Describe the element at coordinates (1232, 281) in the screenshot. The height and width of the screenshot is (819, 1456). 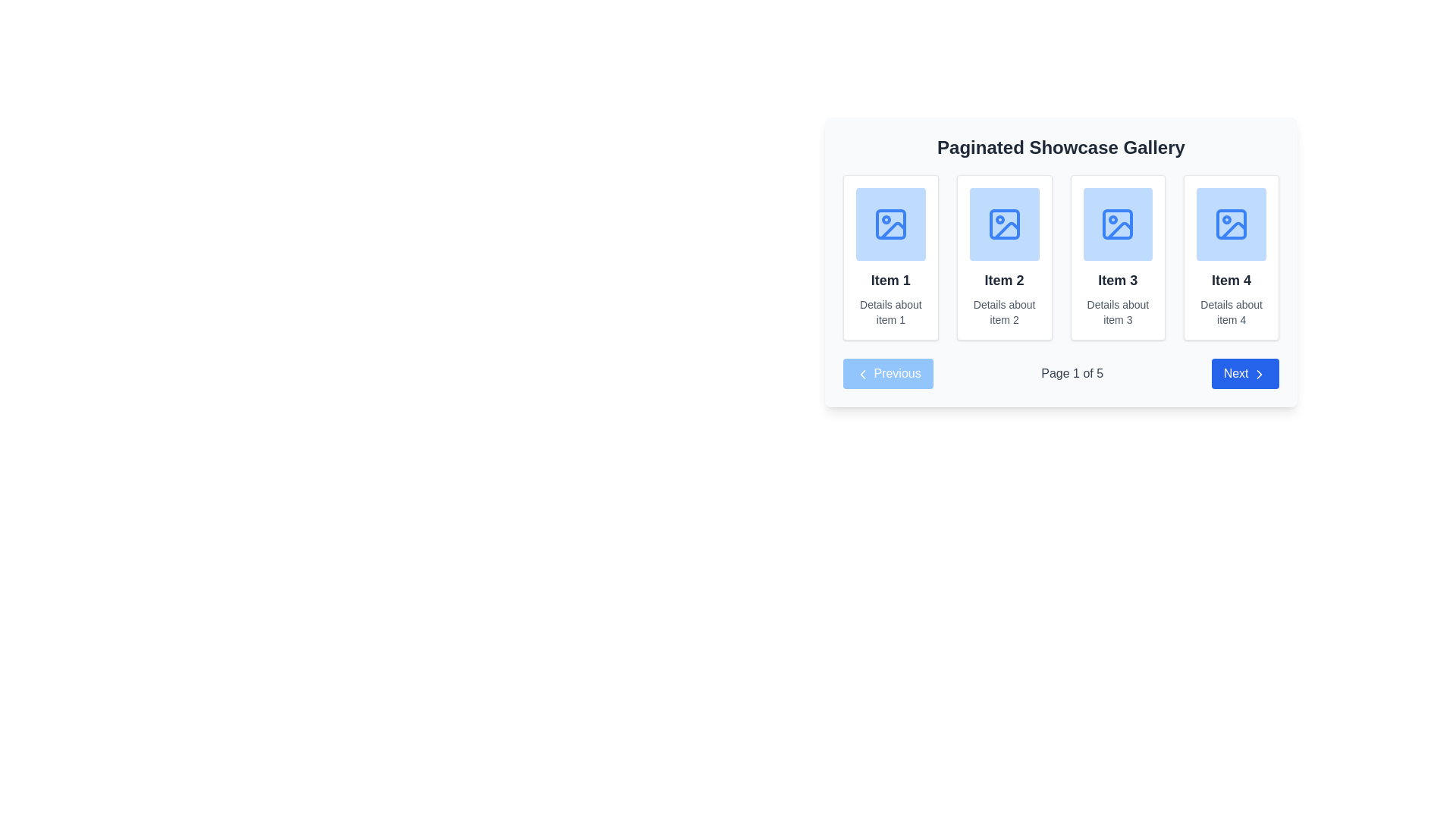
I see `the text label that displays the title or name of the fourth item in the gallery, which is located below a blue image icon and above the descriptive text 'Details about item 4'` at that location.